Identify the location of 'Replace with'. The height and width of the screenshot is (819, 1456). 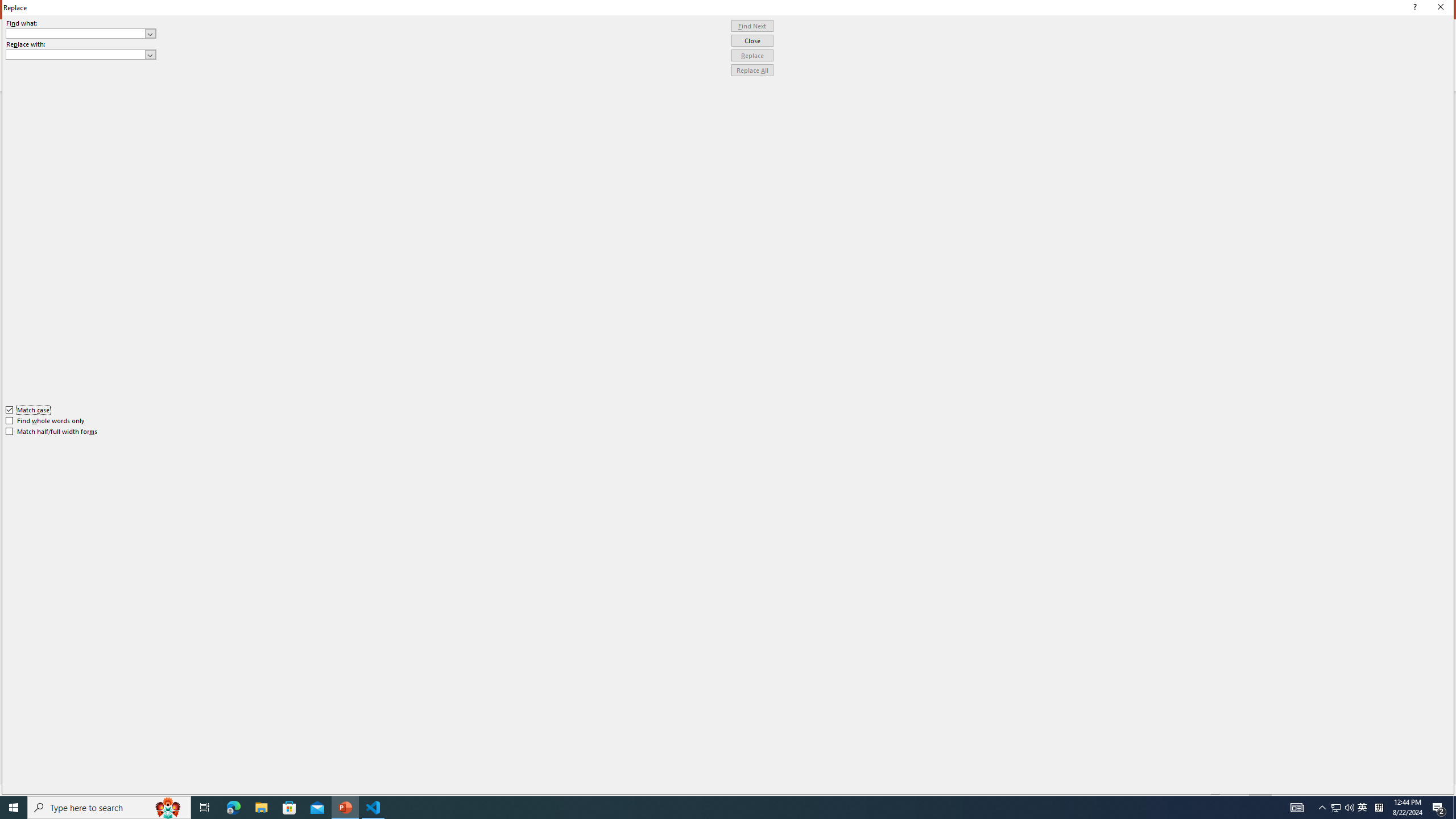
(81, 54).